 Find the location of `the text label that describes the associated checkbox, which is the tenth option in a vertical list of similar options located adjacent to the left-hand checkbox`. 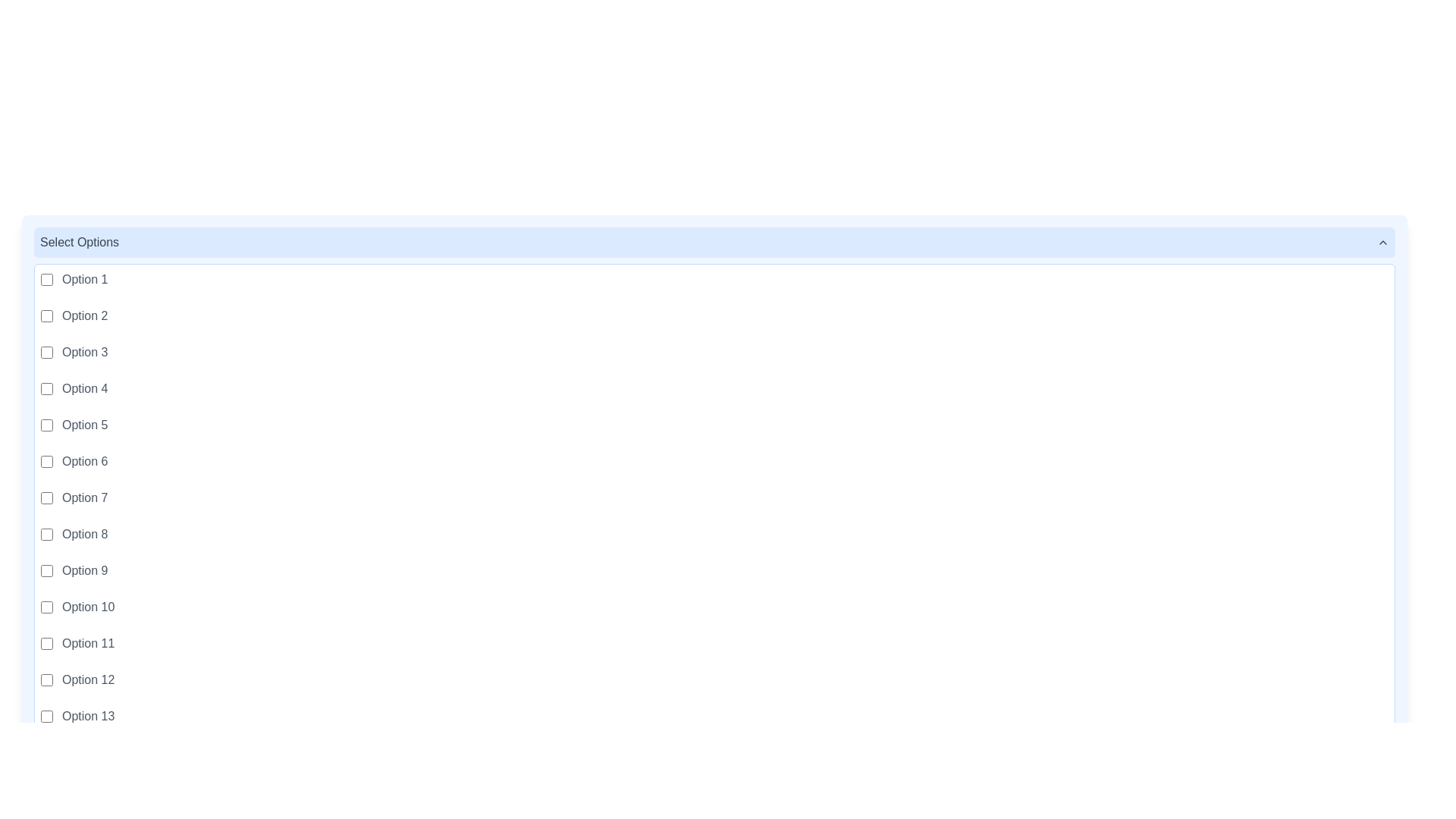

the text label that describes the associated checkbox, which is the tenth option in a vertical list of similar options located adjacent to the left-hand checkbox is located at coordinates (87, 607).